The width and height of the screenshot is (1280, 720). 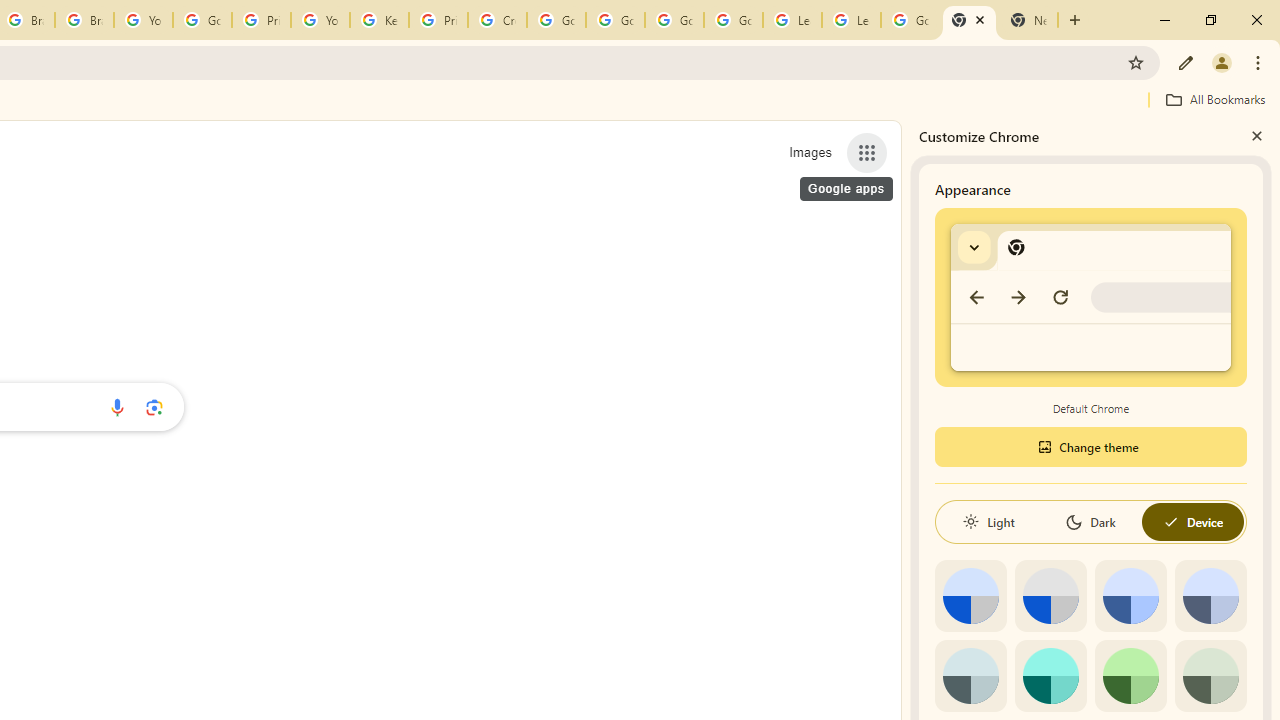 I want to click on 'Green', so click(x=1130, y=675).